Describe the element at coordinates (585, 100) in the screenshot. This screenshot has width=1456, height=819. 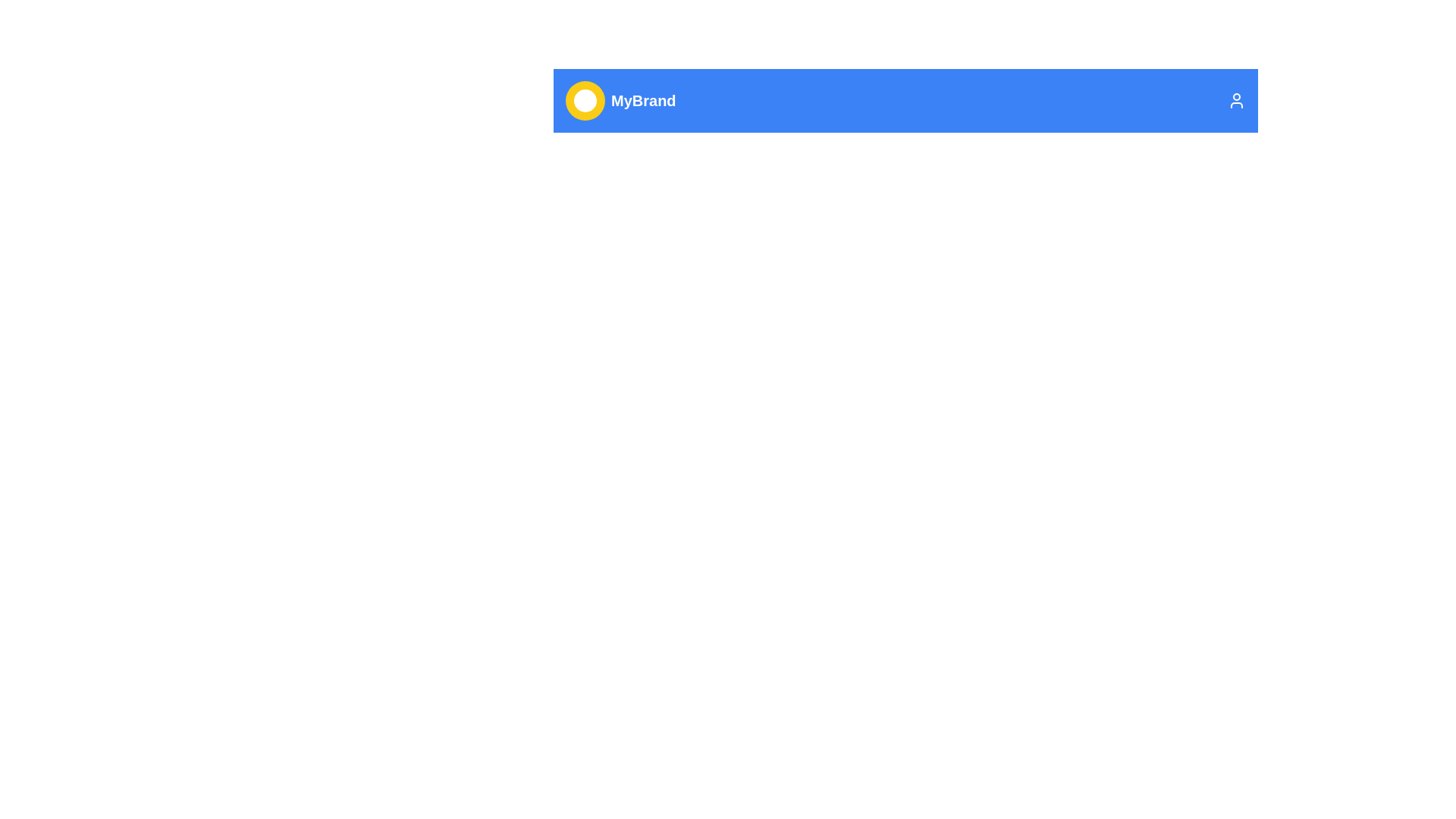
I see `Circle element in the SVG graphic, which is part of the logo next to 'MyBrand' located in the top-left corner of the navigation bar` at that location.